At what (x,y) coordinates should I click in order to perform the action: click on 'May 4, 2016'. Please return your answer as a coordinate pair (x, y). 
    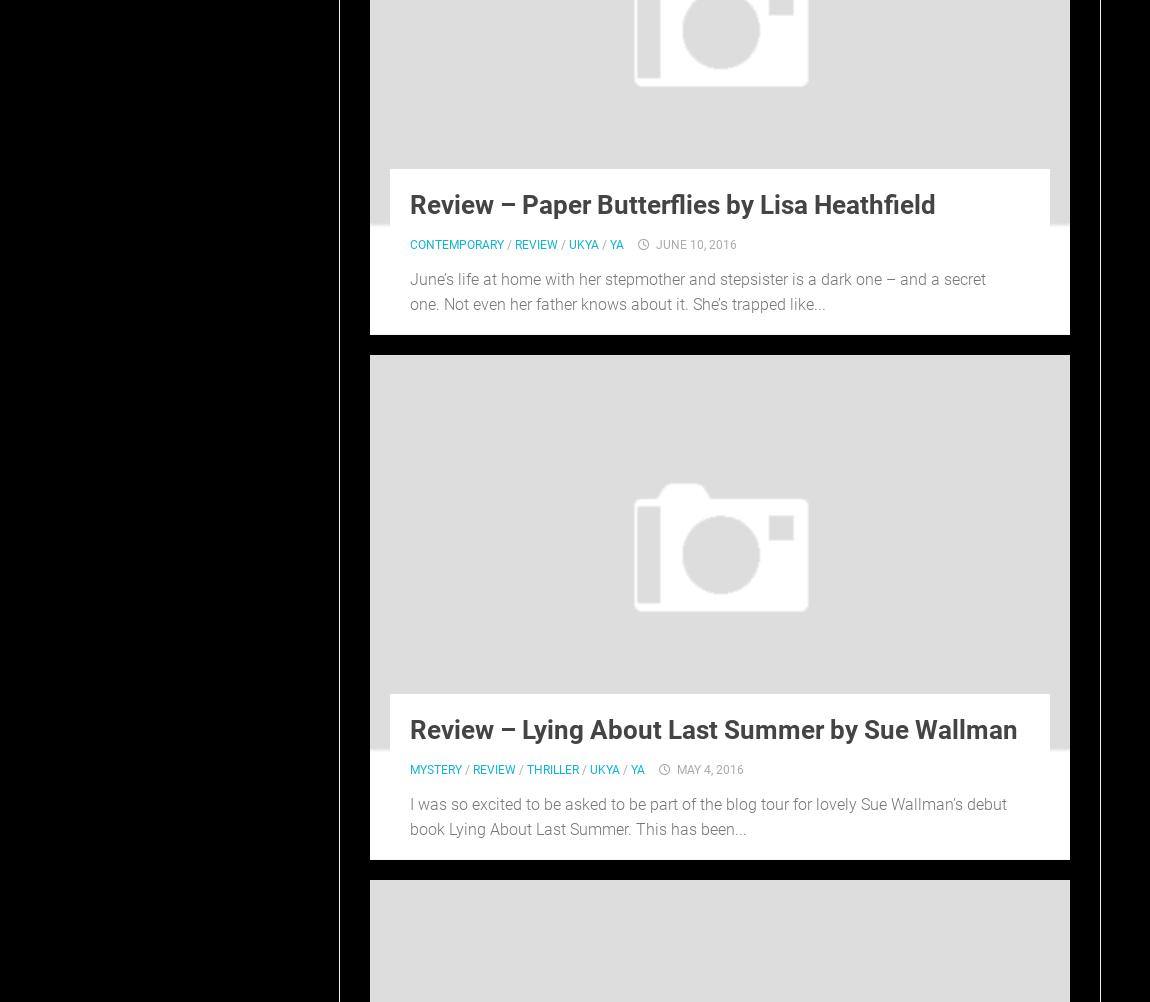
    Looking at the image, I should click on (709, 768).